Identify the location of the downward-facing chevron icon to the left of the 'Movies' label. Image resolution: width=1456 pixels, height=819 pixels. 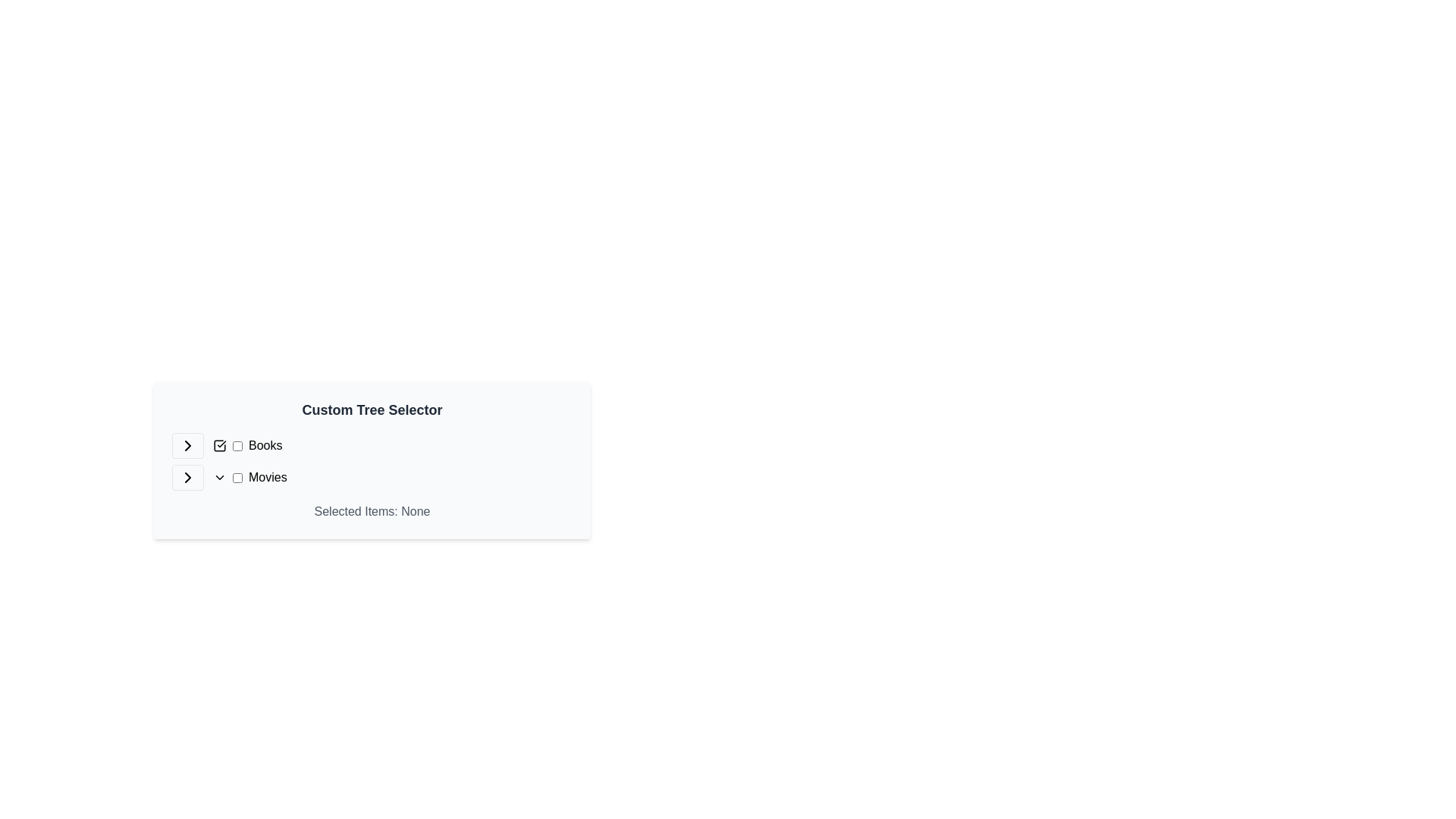
(218, 476).